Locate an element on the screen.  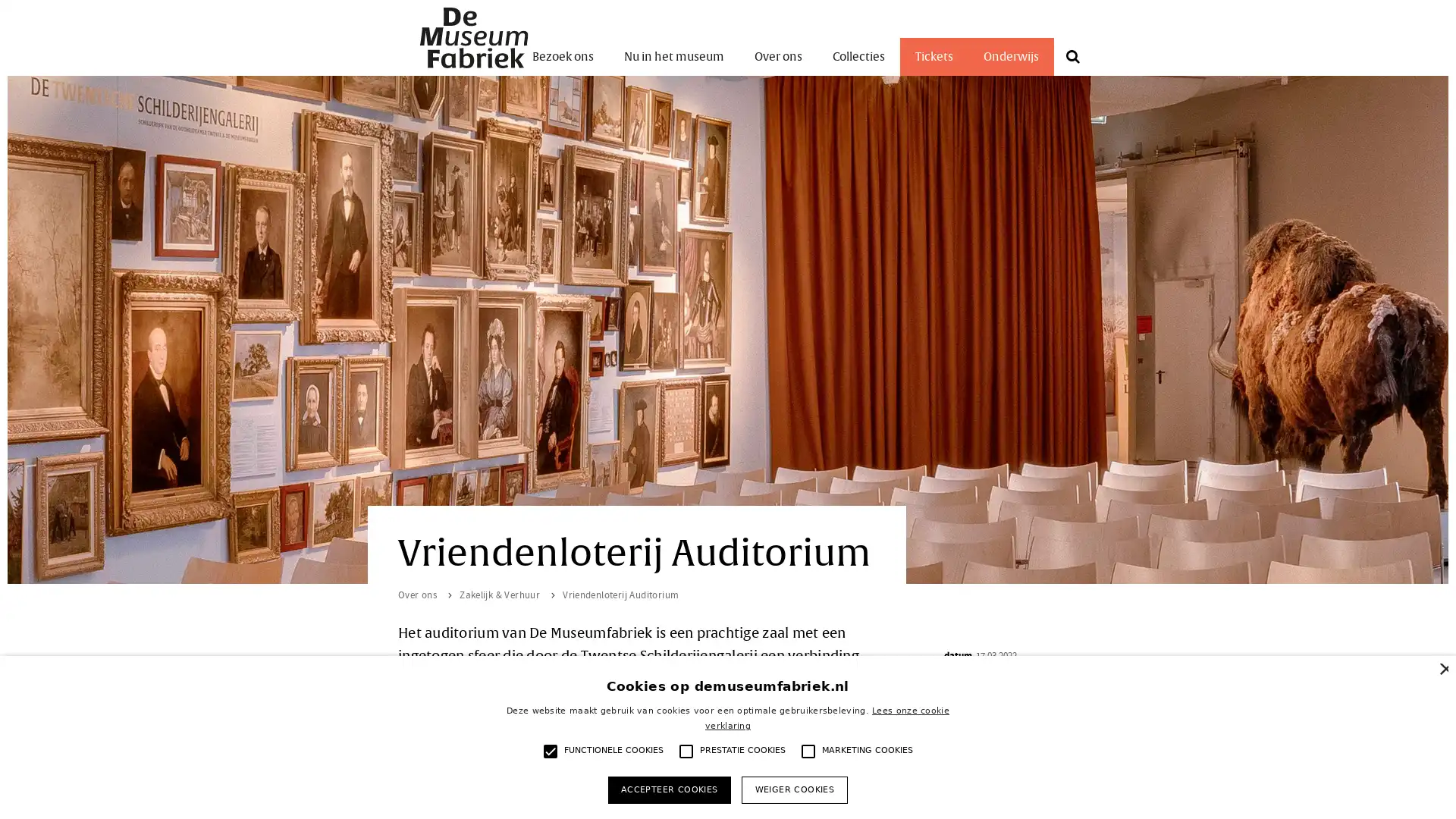
WEIGER COOKIES is located at coordinates (793, 789).